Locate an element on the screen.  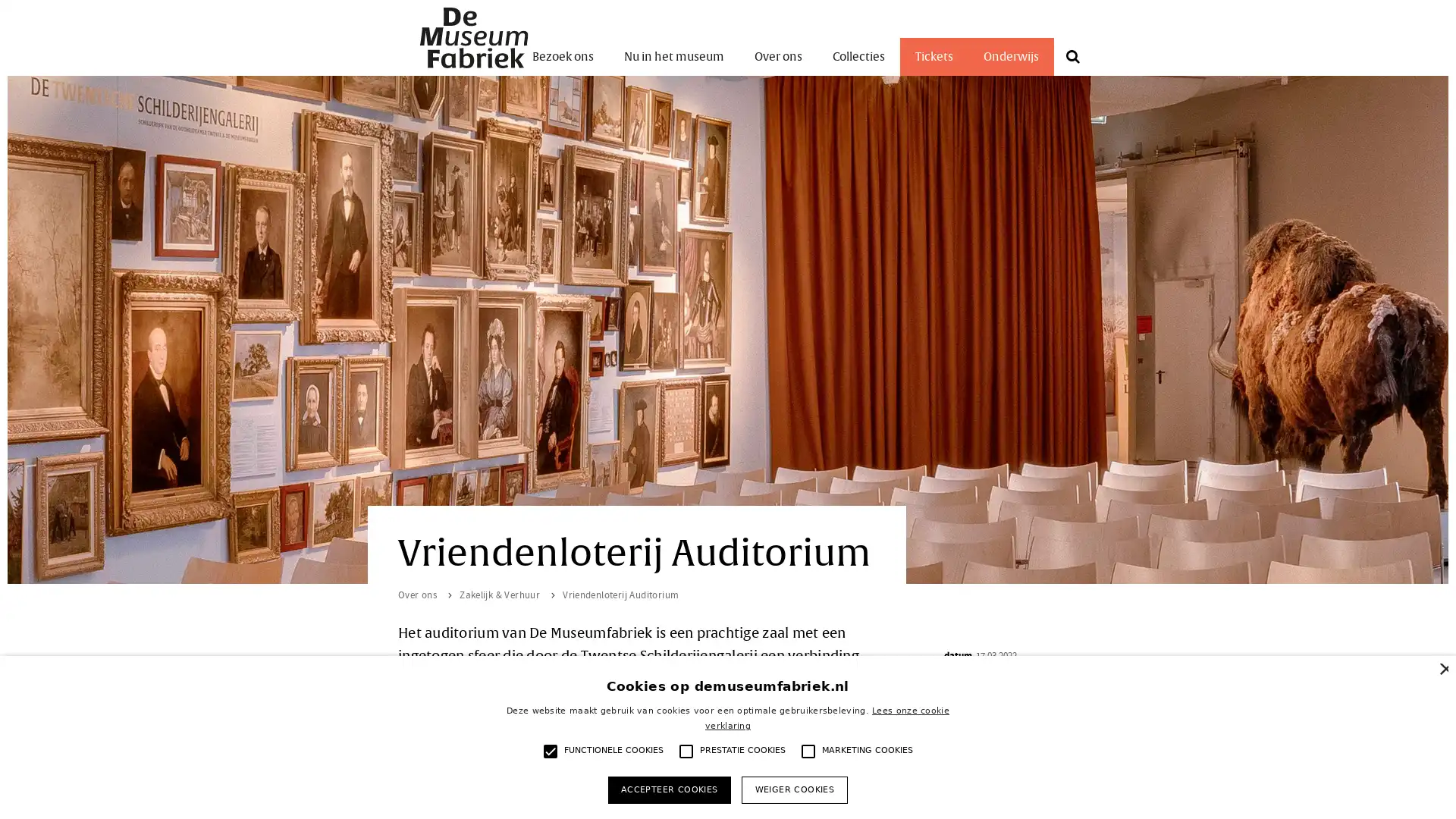
WEIGER COOKIES is located at coordinates (793, 789).